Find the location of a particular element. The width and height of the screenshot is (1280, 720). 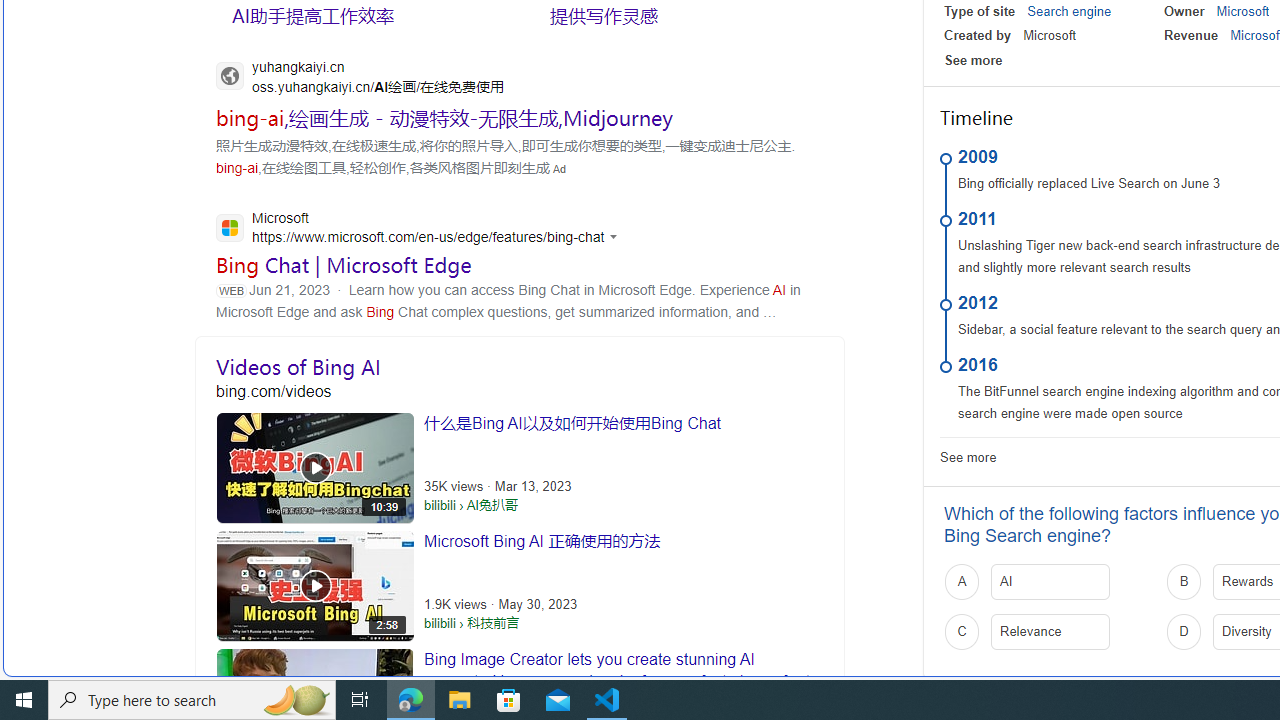

'Revenue' is located at coordinates (1191, 35).